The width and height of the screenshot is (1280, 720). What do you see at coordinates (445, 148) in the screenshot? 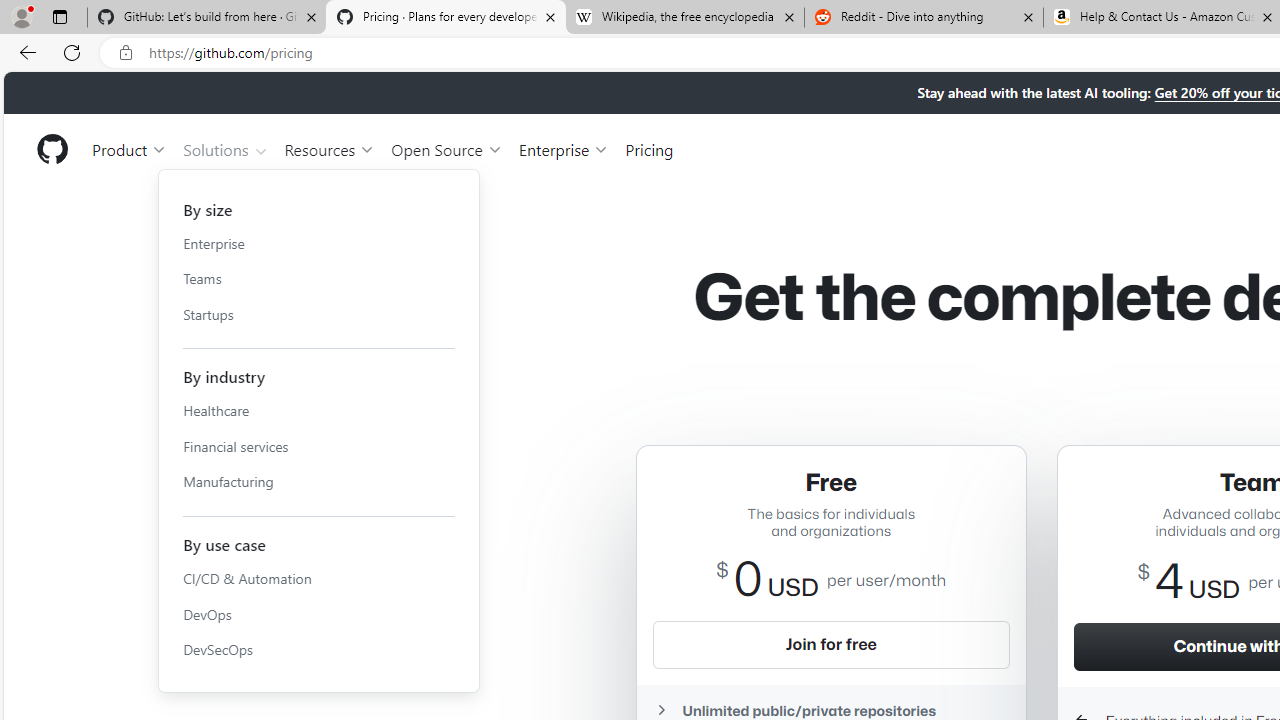
I see `'Open Source'` at bounding box center [445, 148].